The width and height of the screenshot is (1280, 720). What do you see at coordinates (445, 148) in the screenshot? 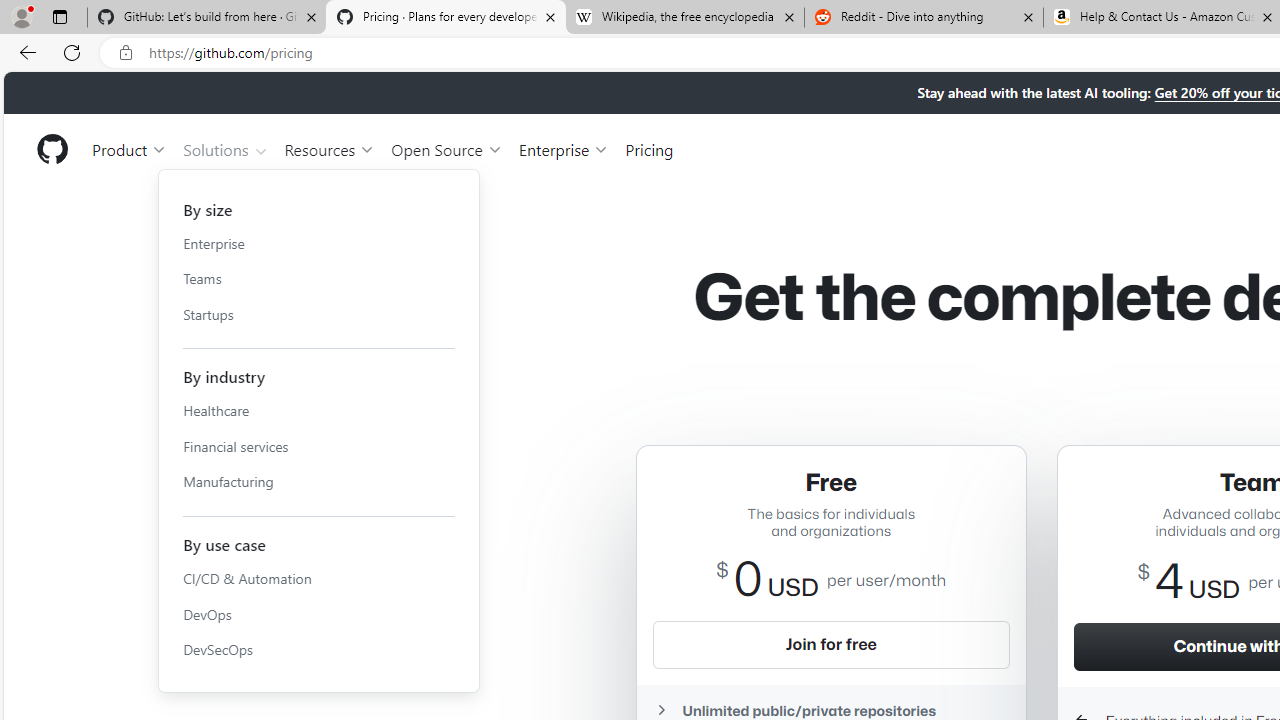
I see `'Open Source'` at bounding box center [445, 148].